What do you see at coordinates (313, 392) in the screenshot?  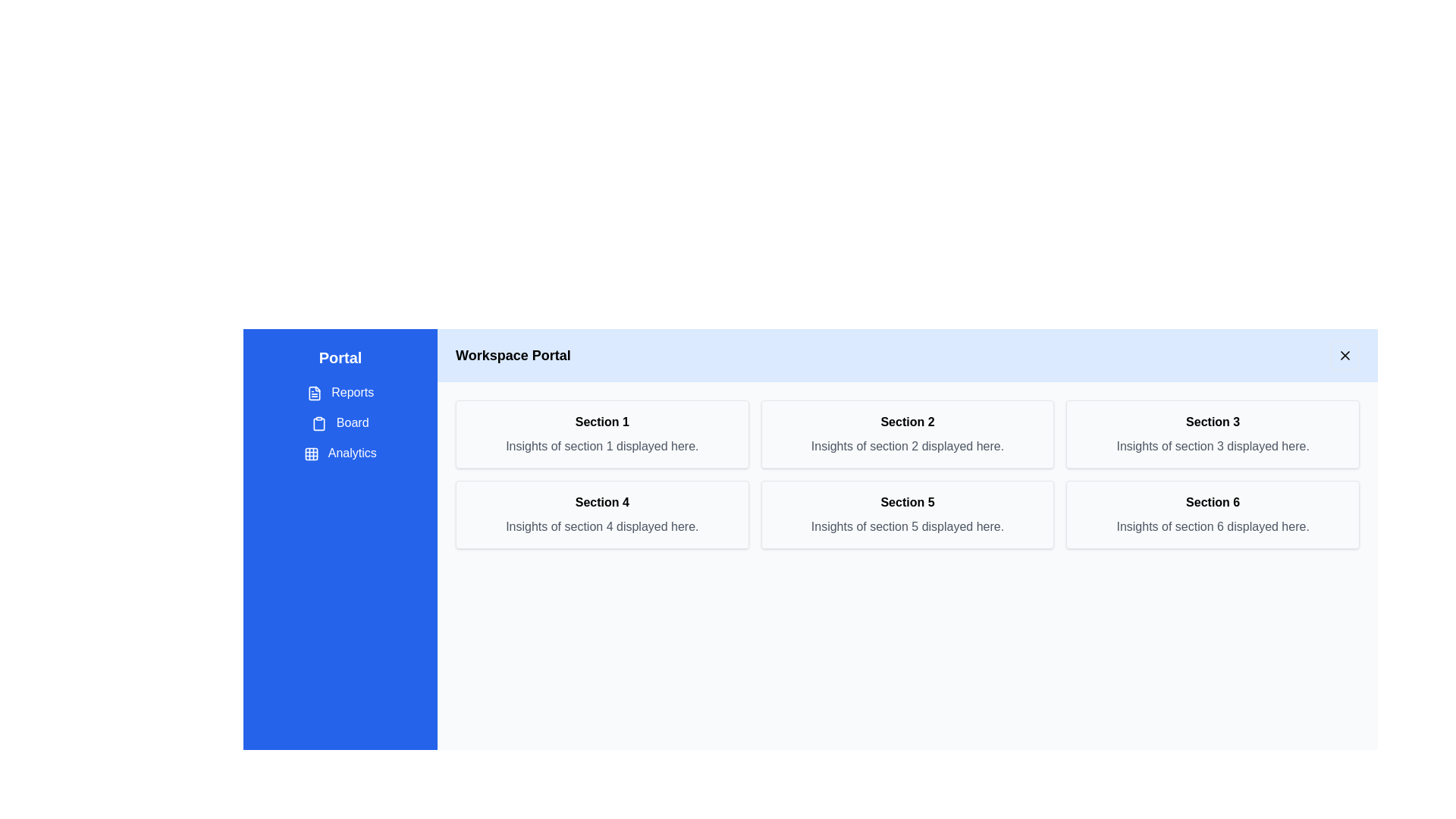 I see `the 'Reports' icon located in the sidebar on the left, adjacent to the 'Reports' text` at bounding box center [313, 392].